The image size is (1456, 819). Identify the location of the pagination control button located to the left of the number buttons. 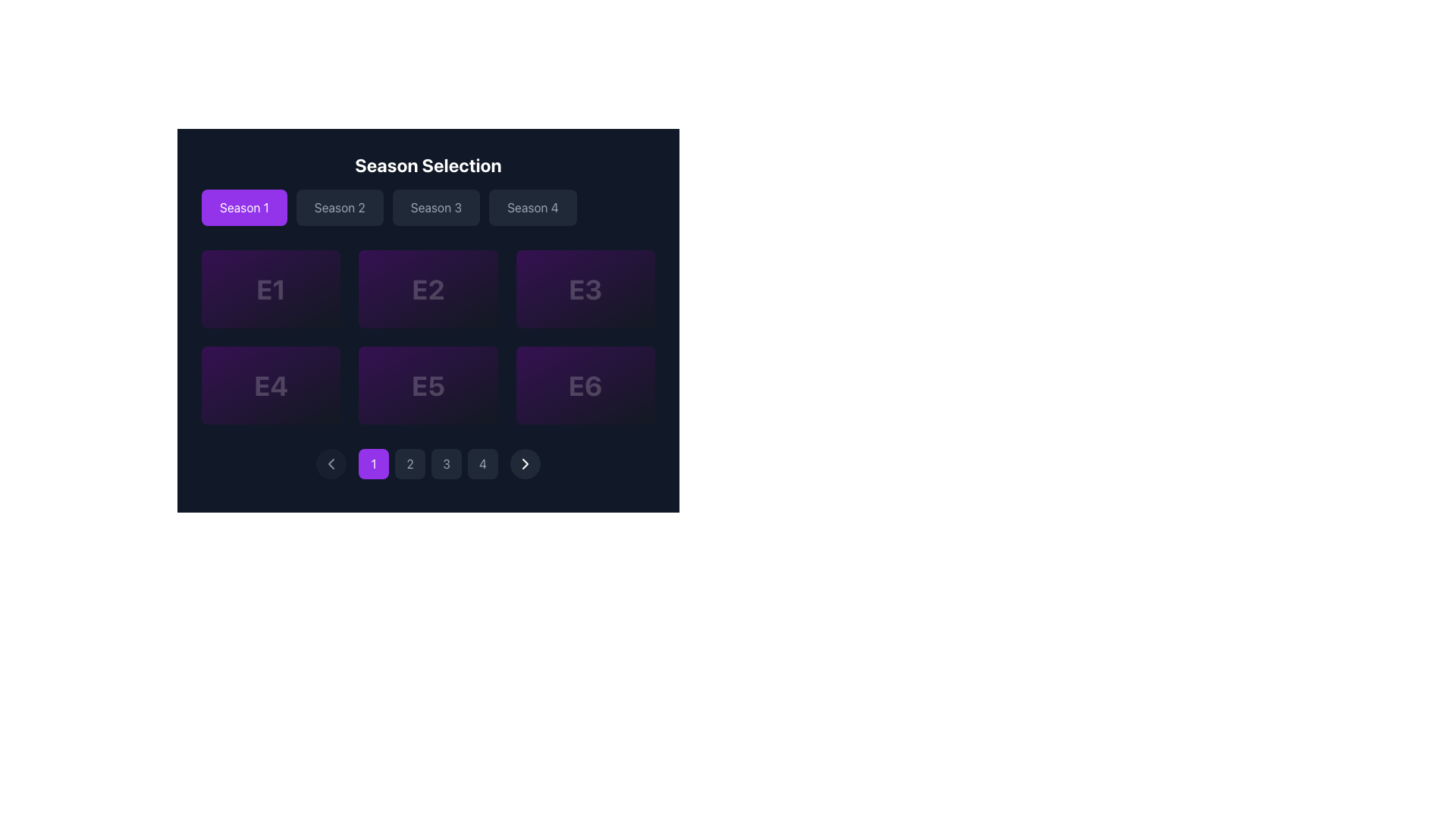
(330, 463).